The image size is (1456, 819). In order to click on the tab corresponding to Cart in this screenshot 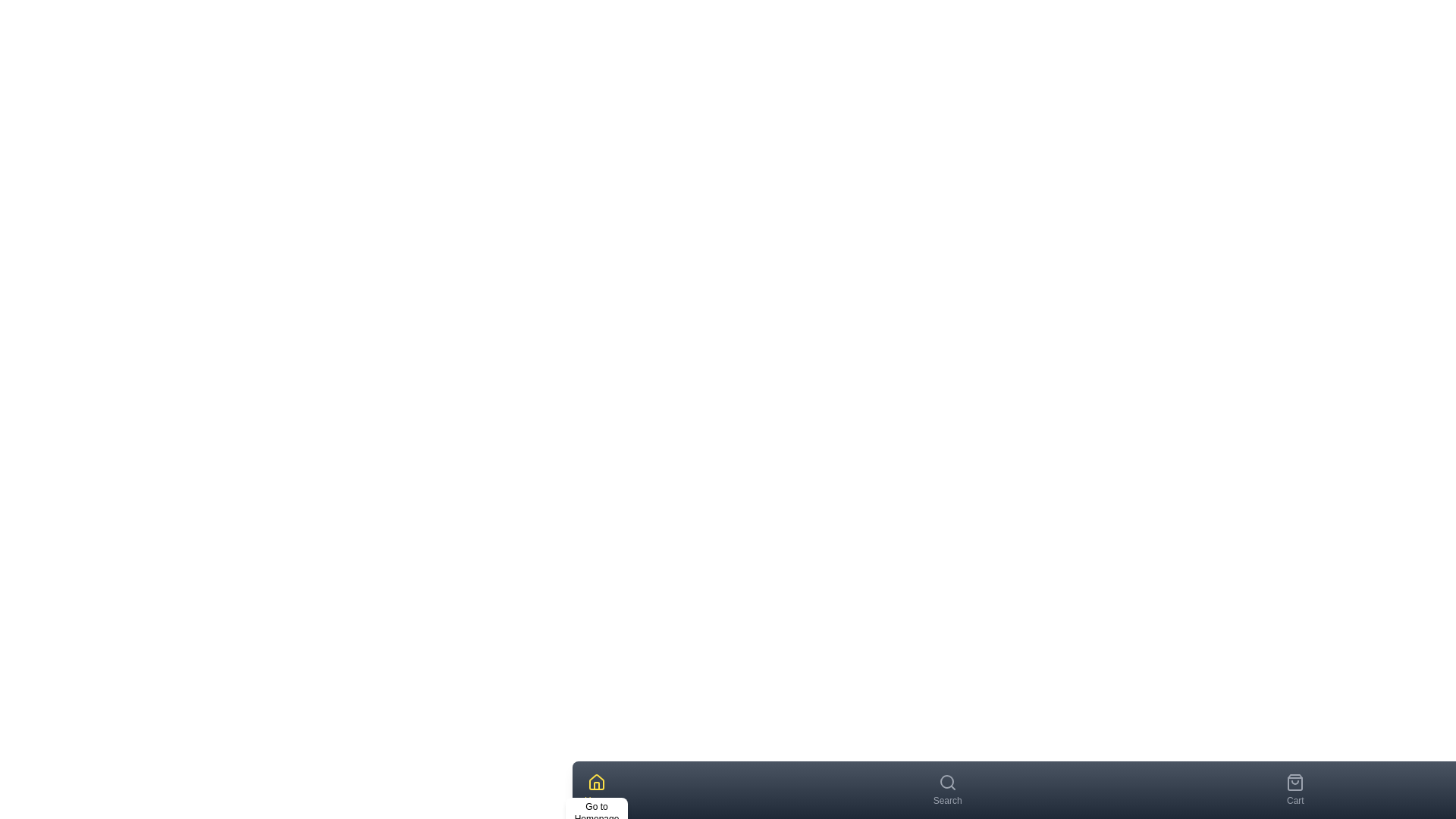, I will do `click(1294, 789)`.